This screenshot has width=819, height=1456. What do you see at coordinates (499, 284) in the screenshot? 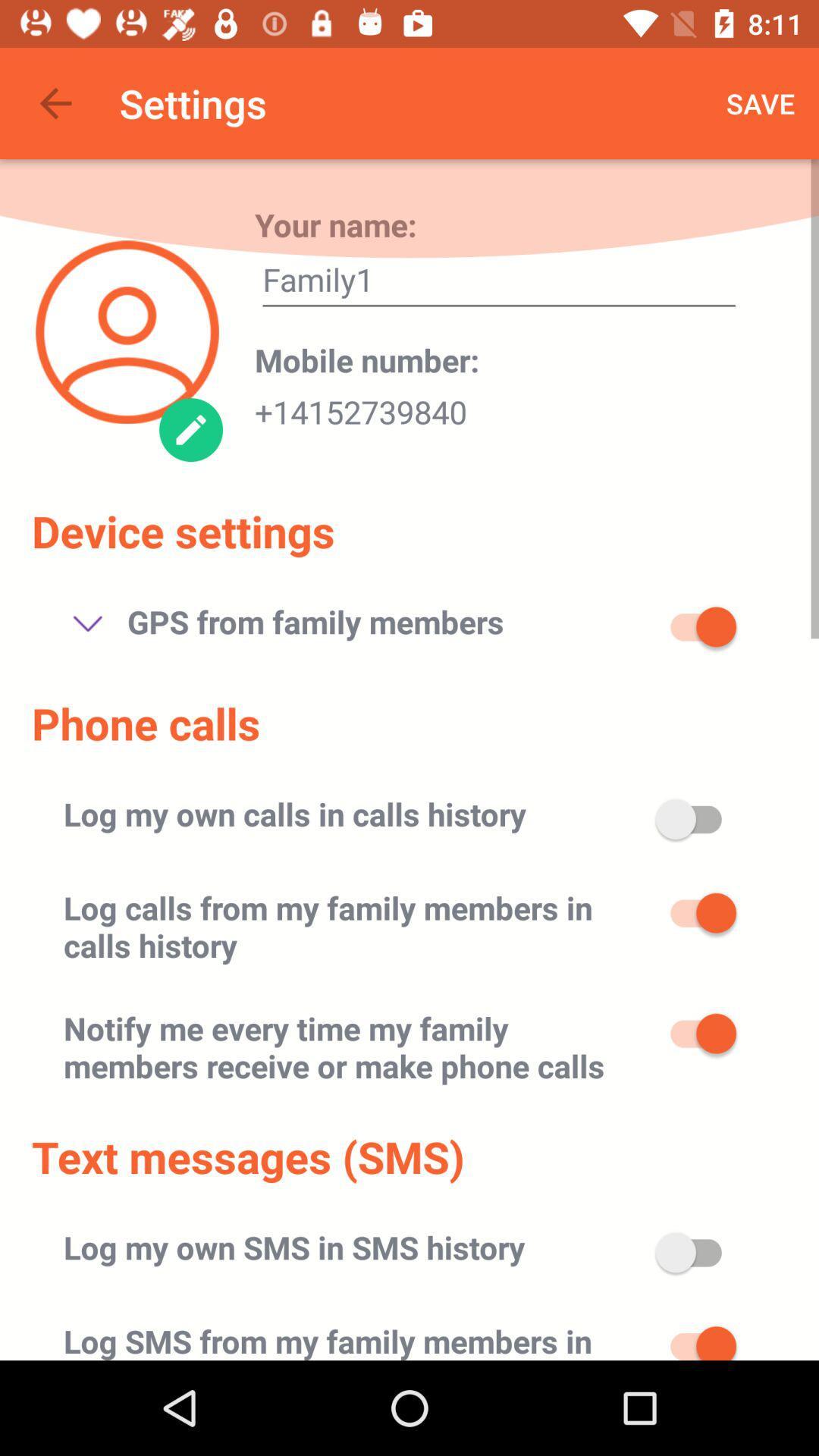
I see `family1 icon` at bounding box center [499, 284].